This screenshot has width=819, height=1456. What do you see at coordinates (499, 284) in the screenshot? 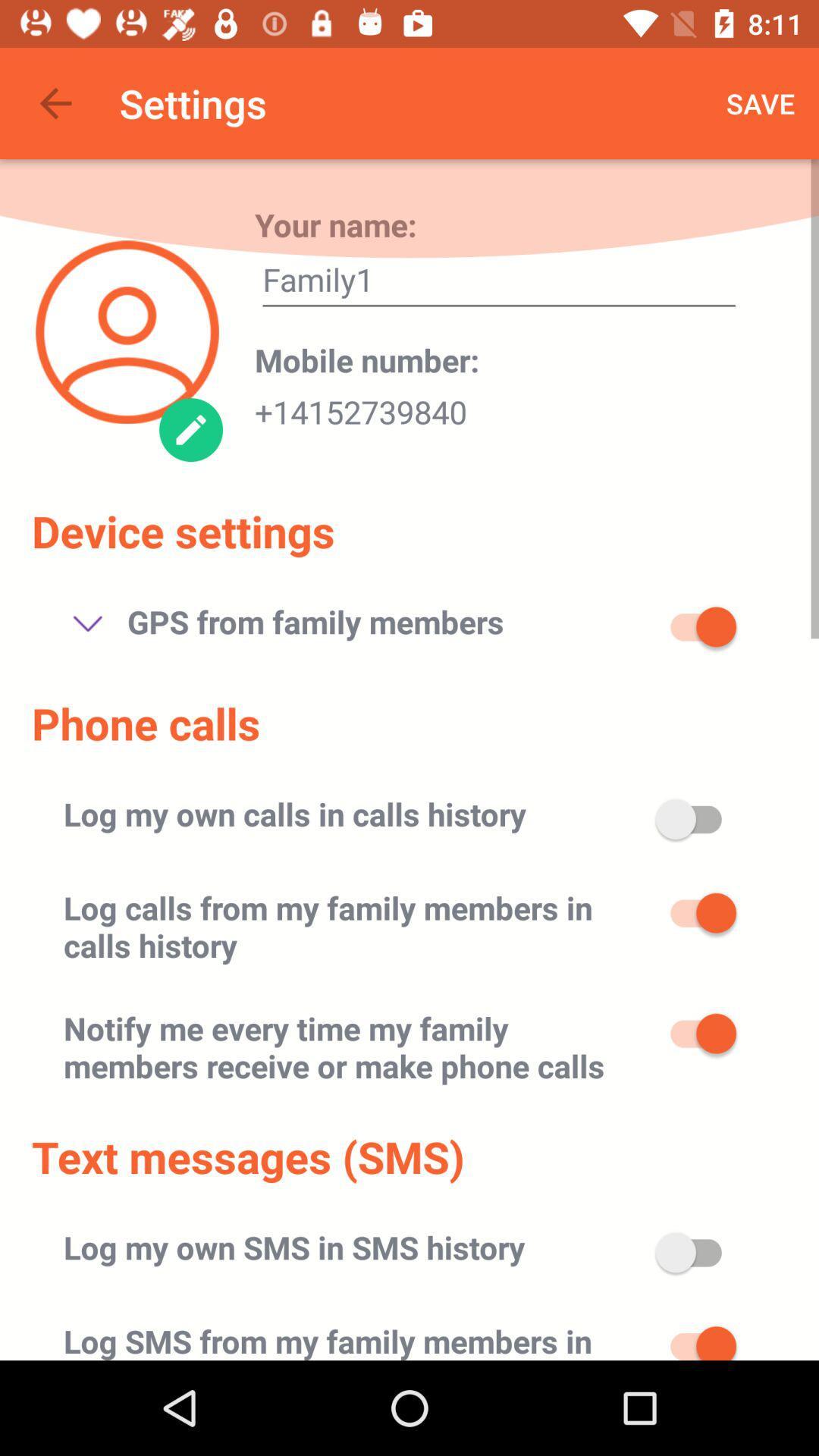
I see `family1 icon` at bounding box center [499, 284].